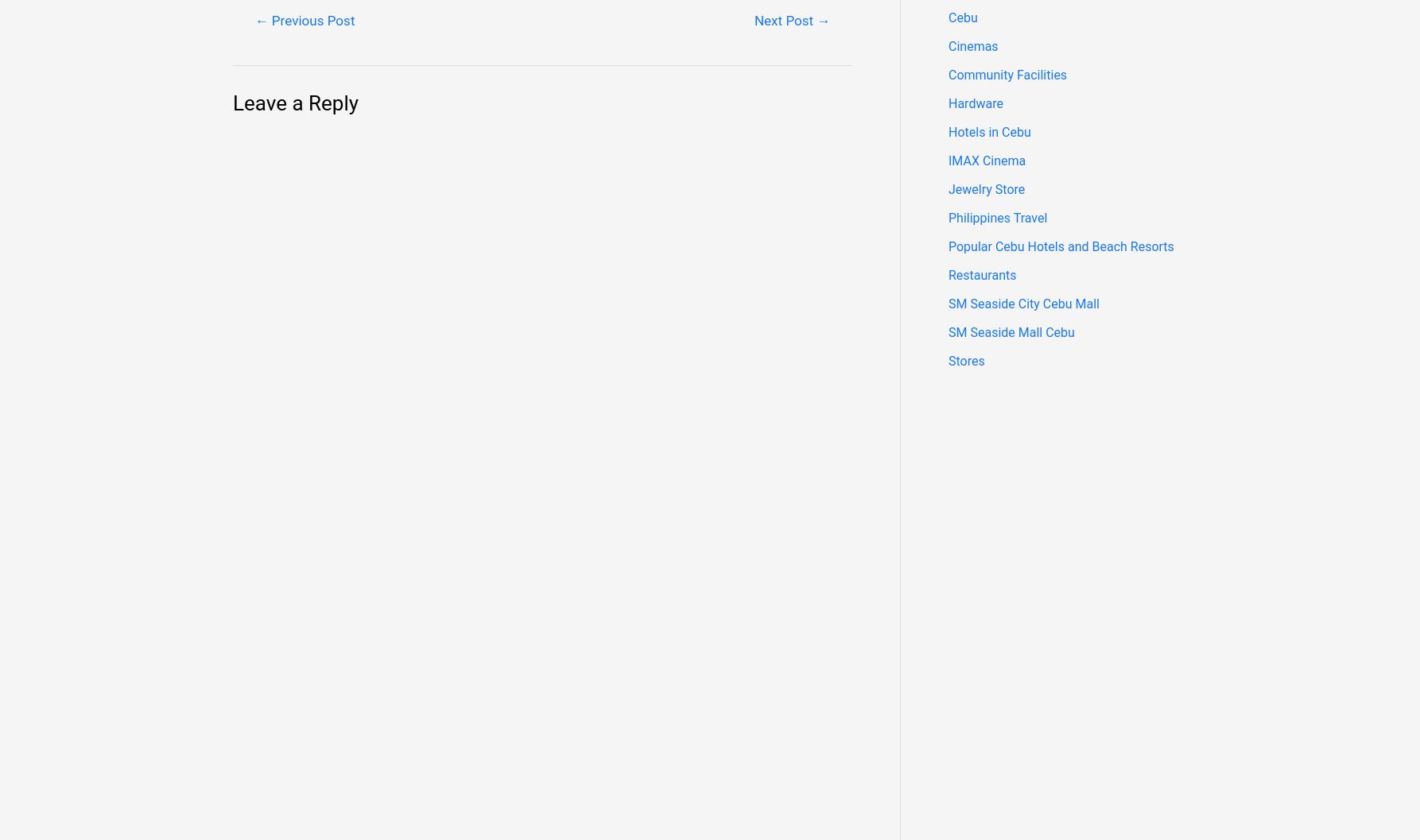  Describe the element at coordinates (296, 101) in the screenshot. I see `'Leave a Reply'` at that location.